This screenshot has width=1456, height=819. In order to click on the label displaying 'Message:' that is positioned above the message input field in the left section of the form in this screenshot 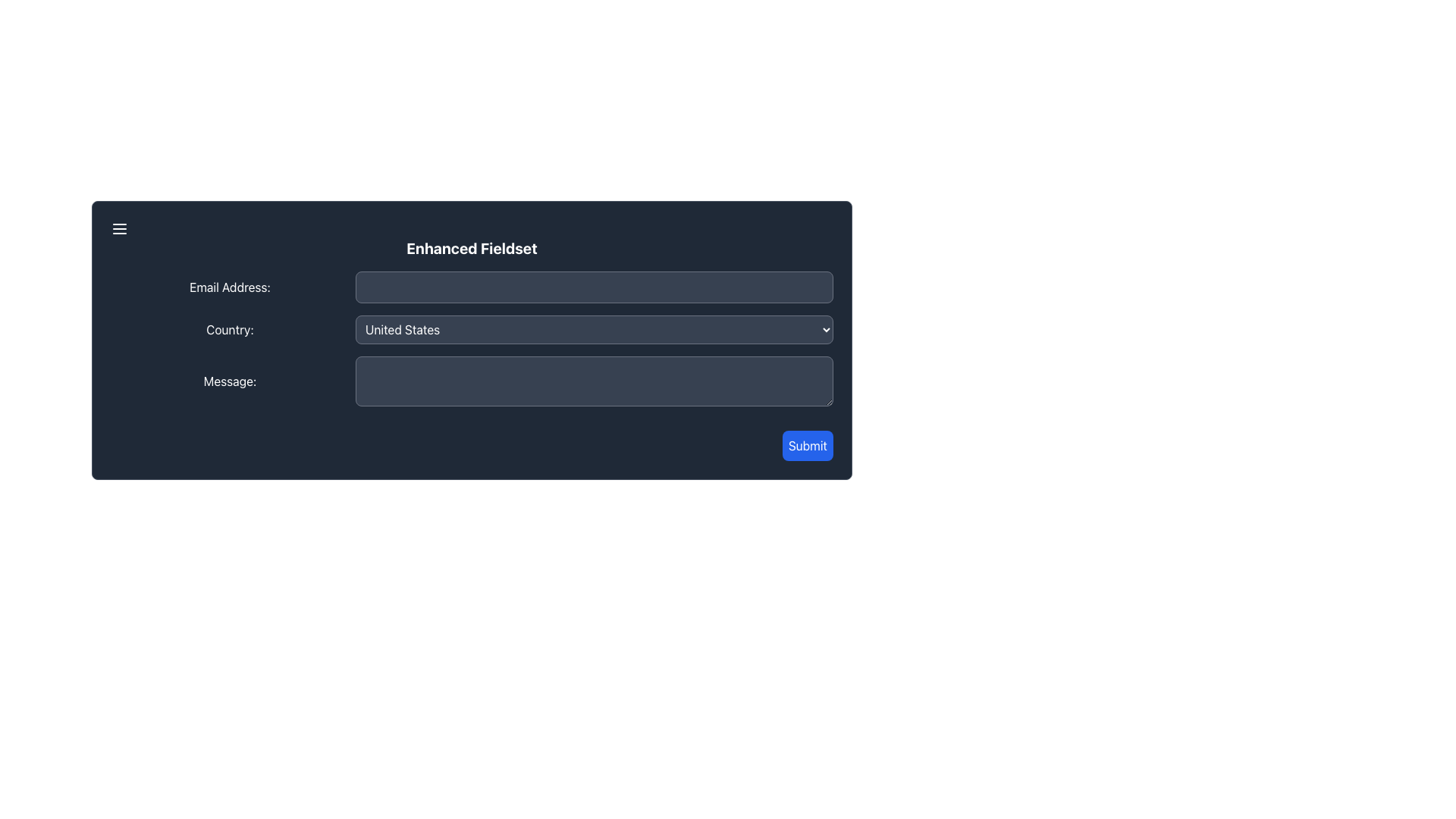, I will do `click(229, 380)`.